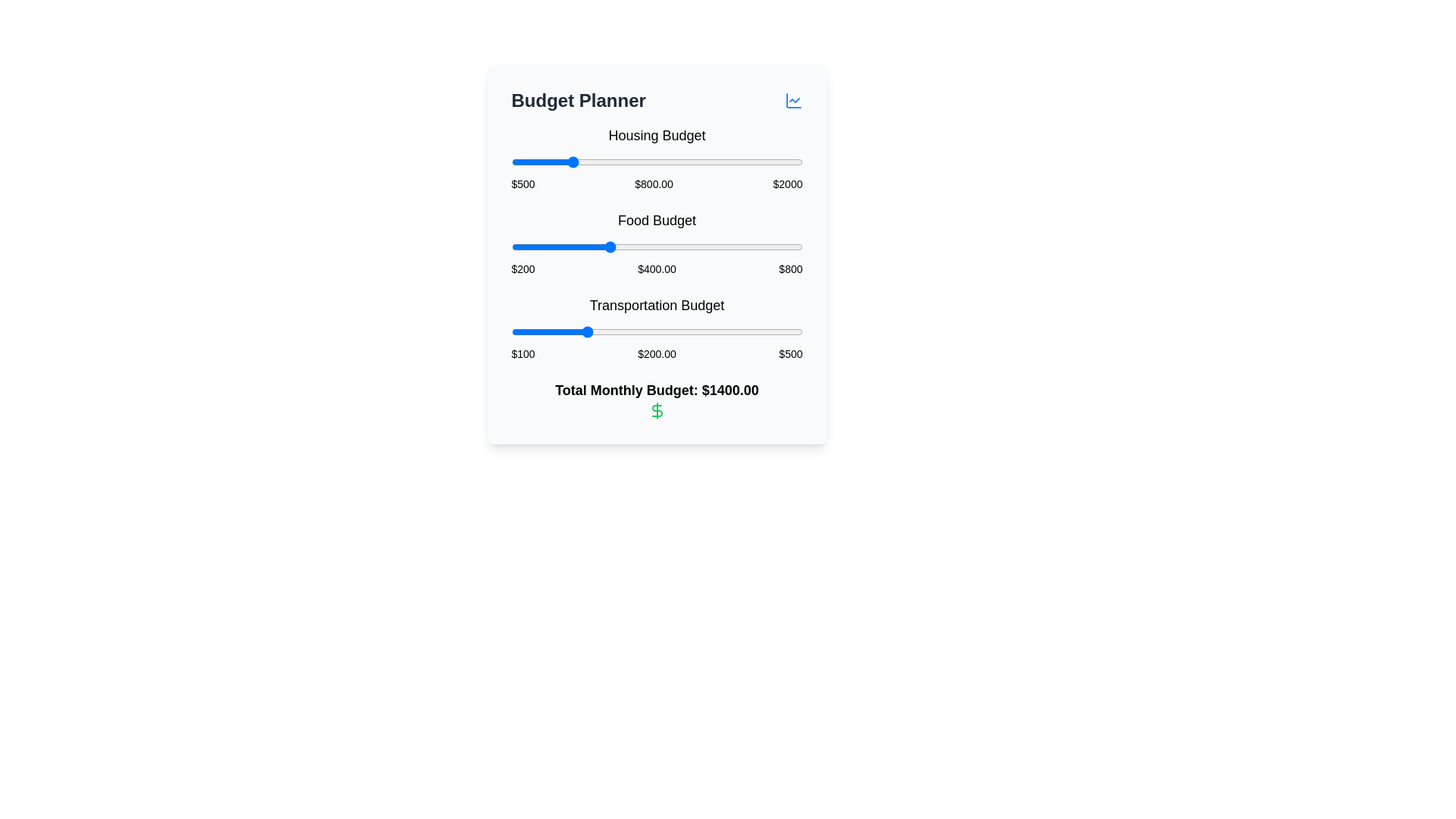 The image size is (1456, 819). I want to click on the Food Budget slider value, so click(701, 246).